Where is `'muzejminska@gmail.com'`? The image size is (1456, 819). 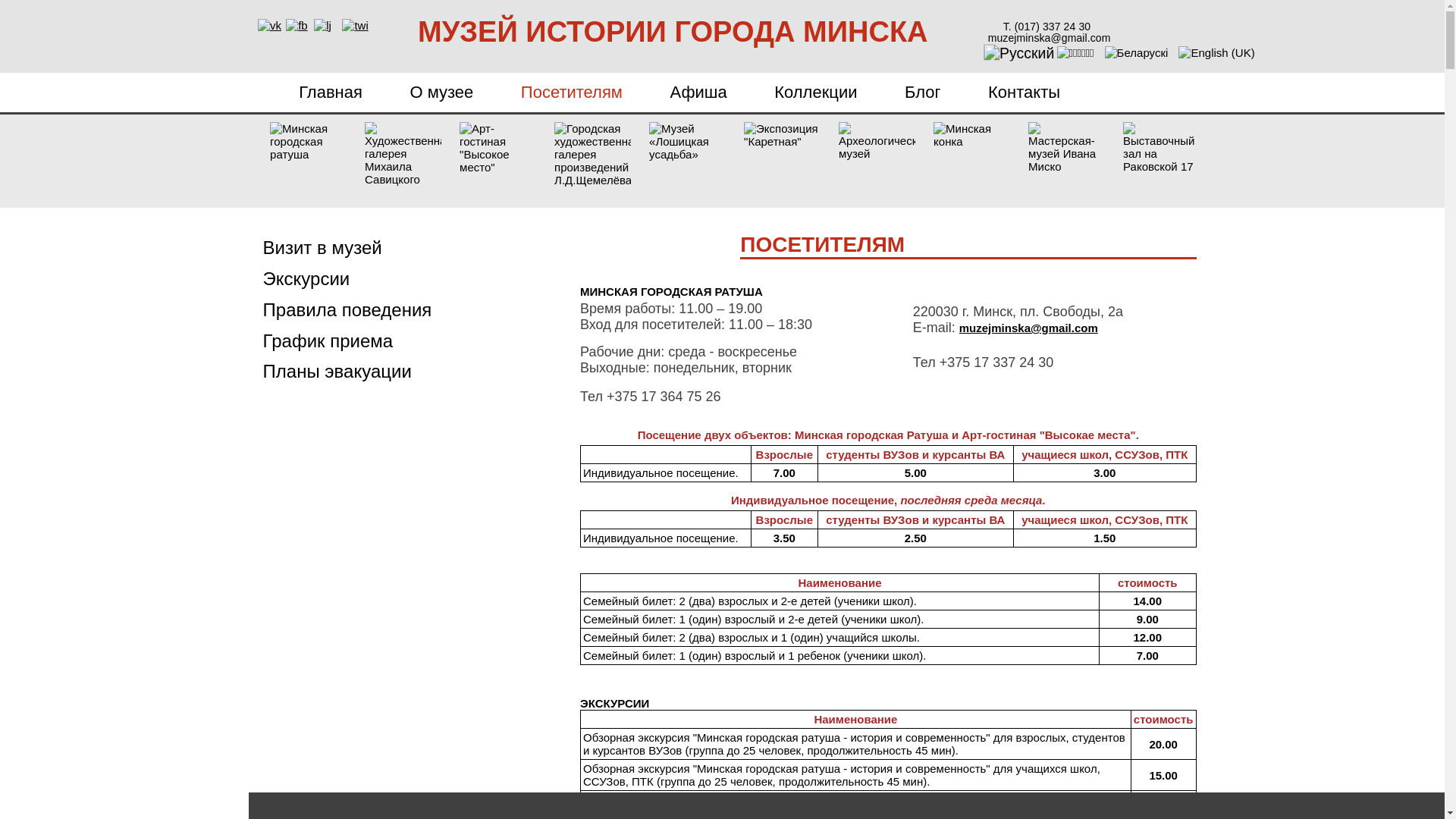 'muzejminska@gmail.com' is located at coordinates (959, 327).